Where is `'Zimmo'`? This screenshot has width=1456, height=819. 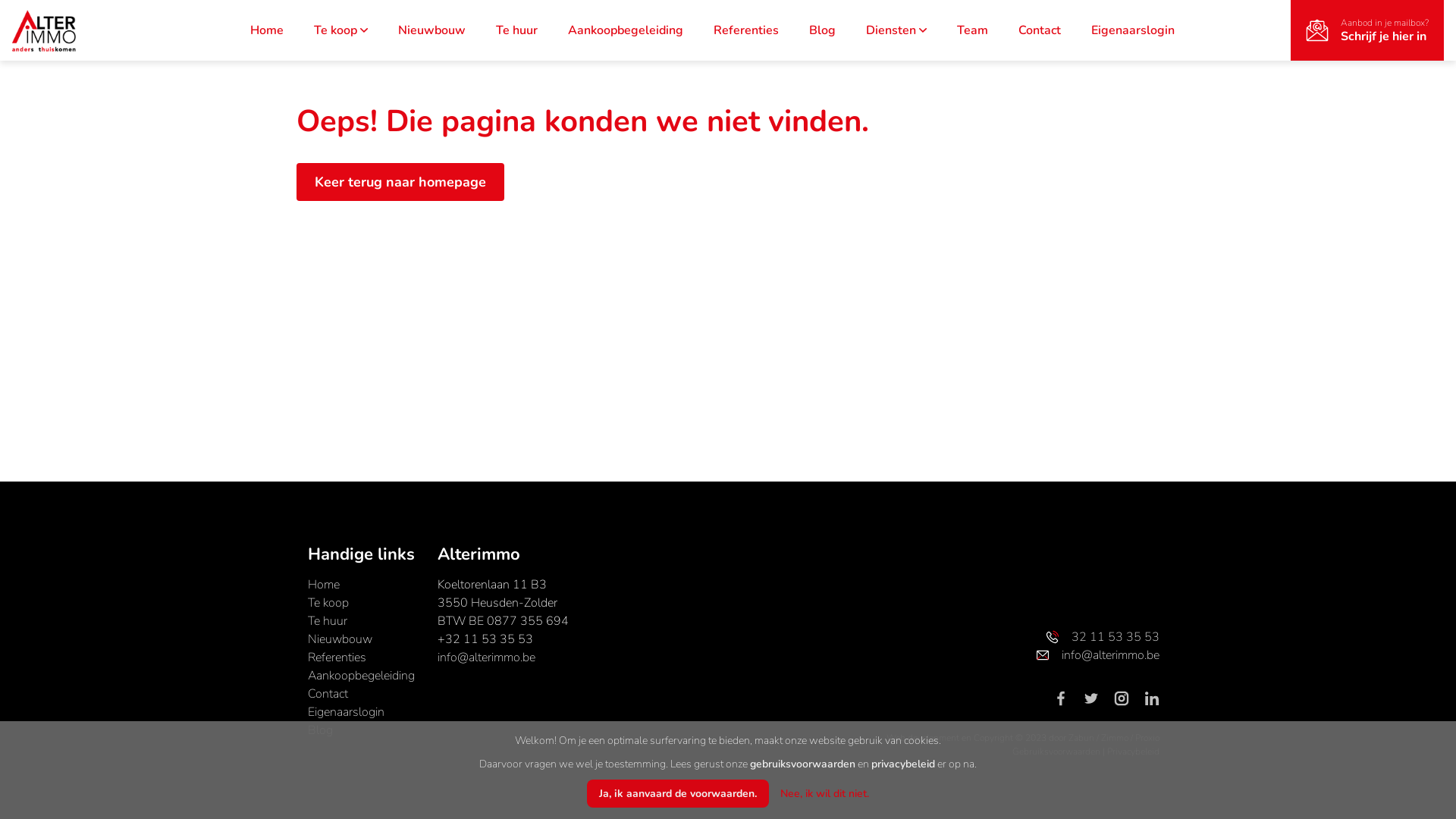
'Zimmo' is located at coordinates (1100, 736).